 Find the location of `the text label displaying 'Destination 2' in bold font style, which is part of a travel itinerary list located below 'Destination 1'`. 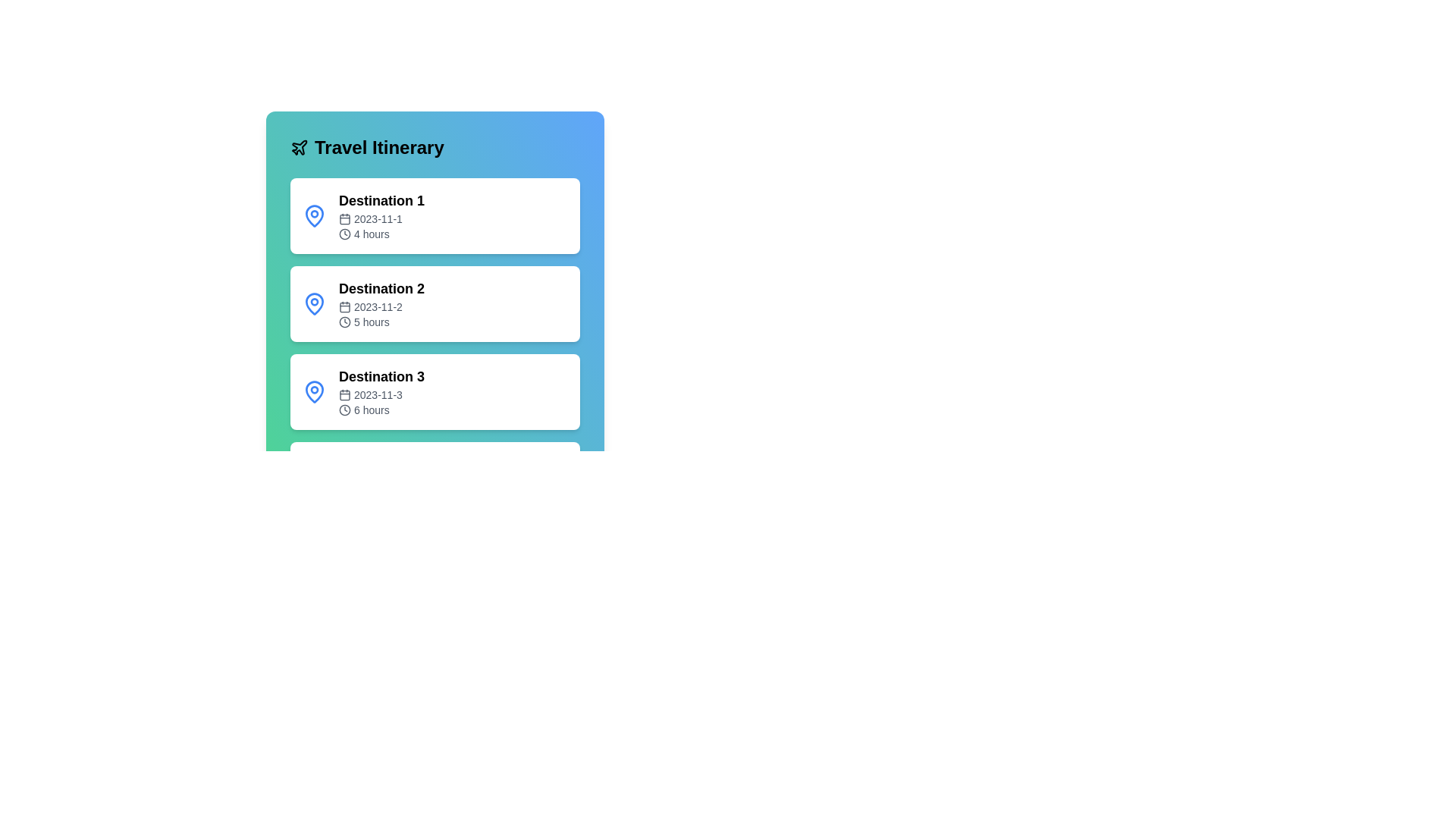

the text label displaying 'Destination 2' in bold font style, which is part of a travel itinerary list located below 'Destination 1' is located at coordinates (381, 289).